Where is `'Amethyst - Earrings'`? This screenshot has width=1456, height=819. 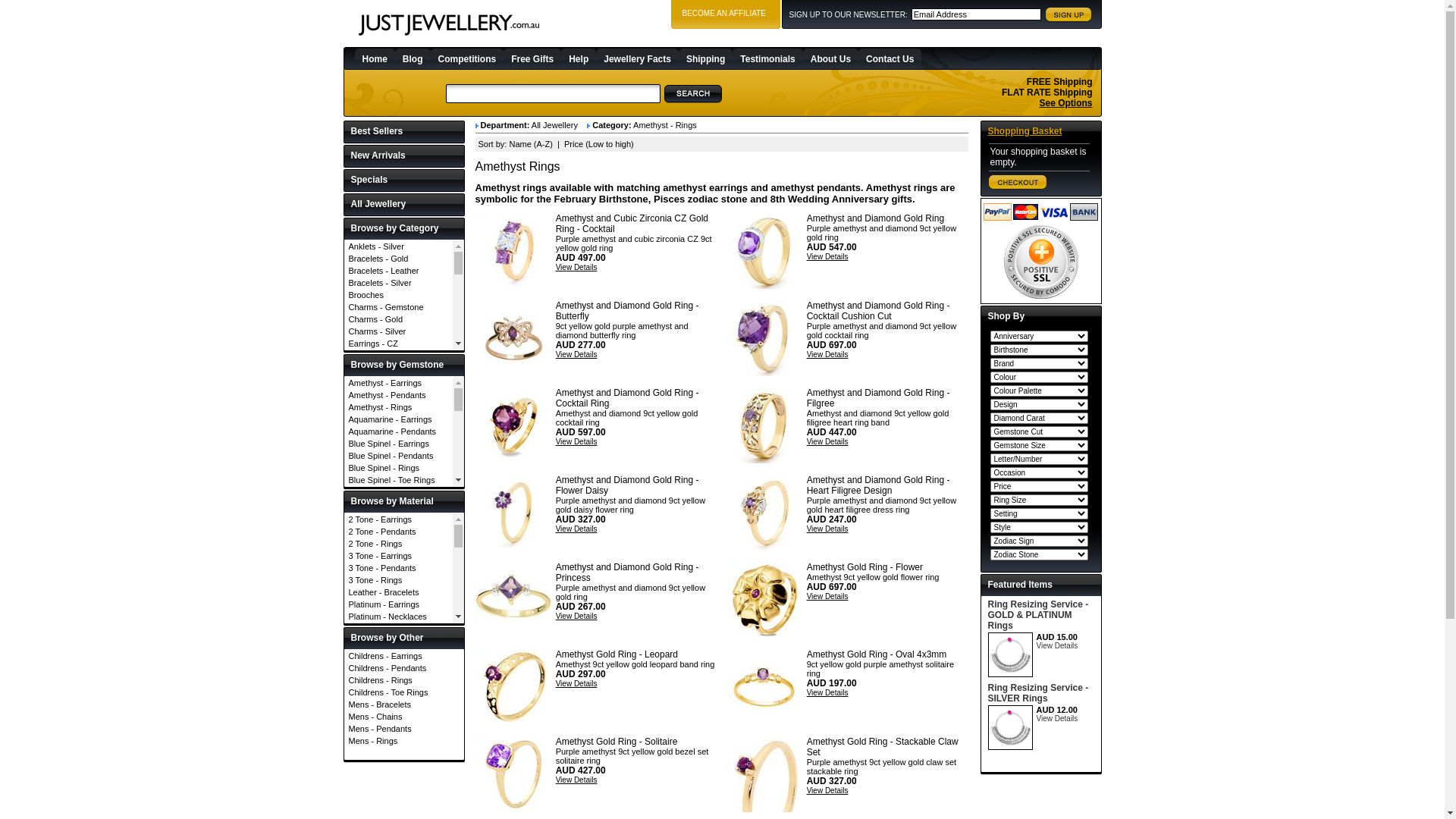
'Amethyst - Earrings' is located at coordinates (344, 382).